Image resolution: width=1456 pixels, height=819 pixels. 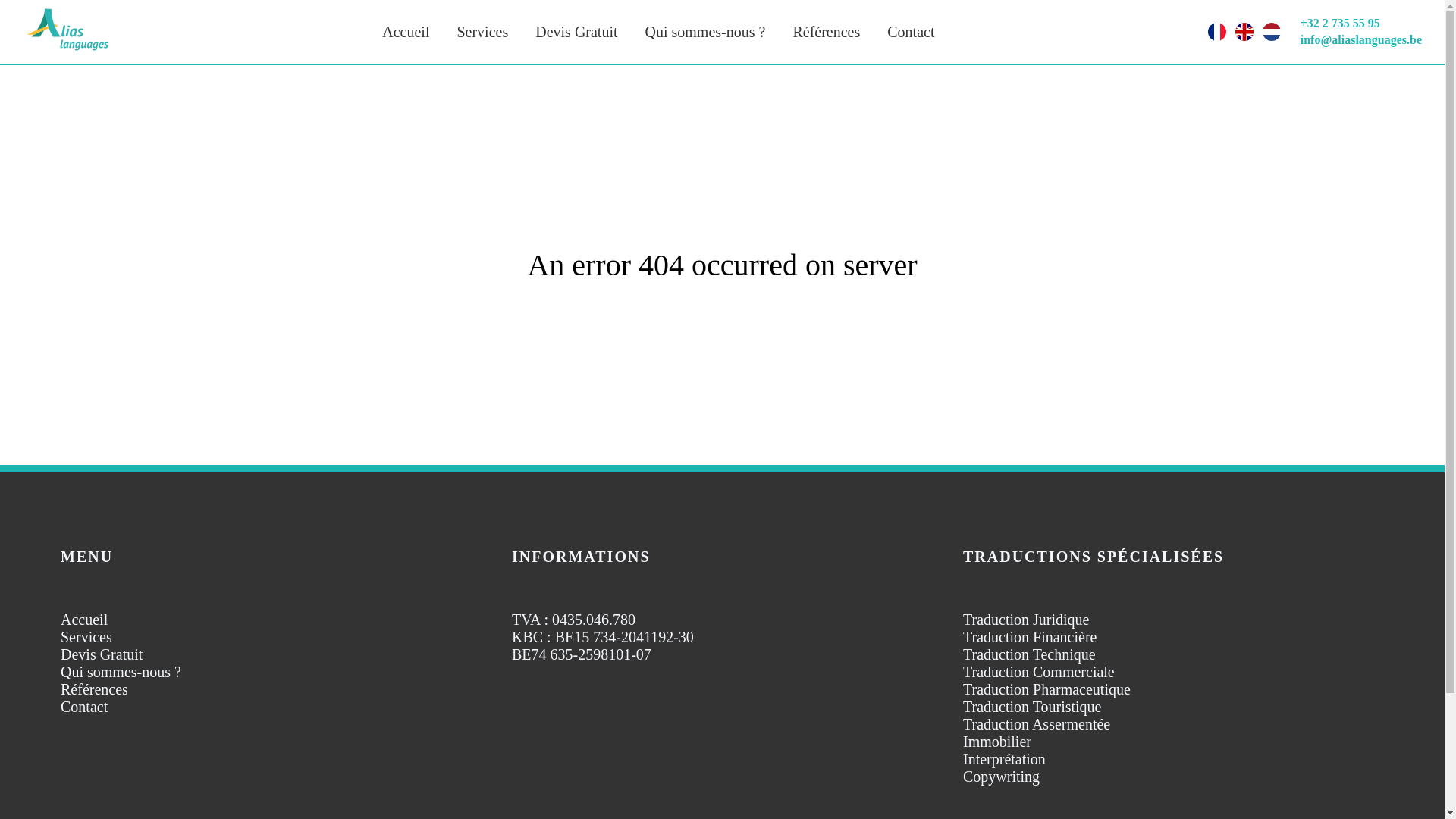 I want to click on 'Traduction Commerciale', so click(x=1037, y=671).